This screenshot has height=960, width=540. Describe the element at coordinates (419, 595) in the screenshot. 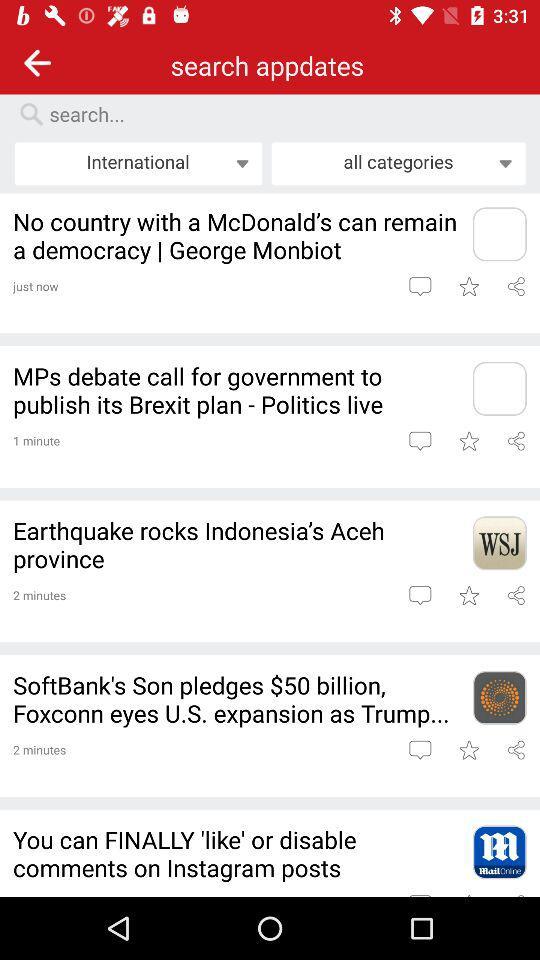

I see `comment on article toggle` at that location.